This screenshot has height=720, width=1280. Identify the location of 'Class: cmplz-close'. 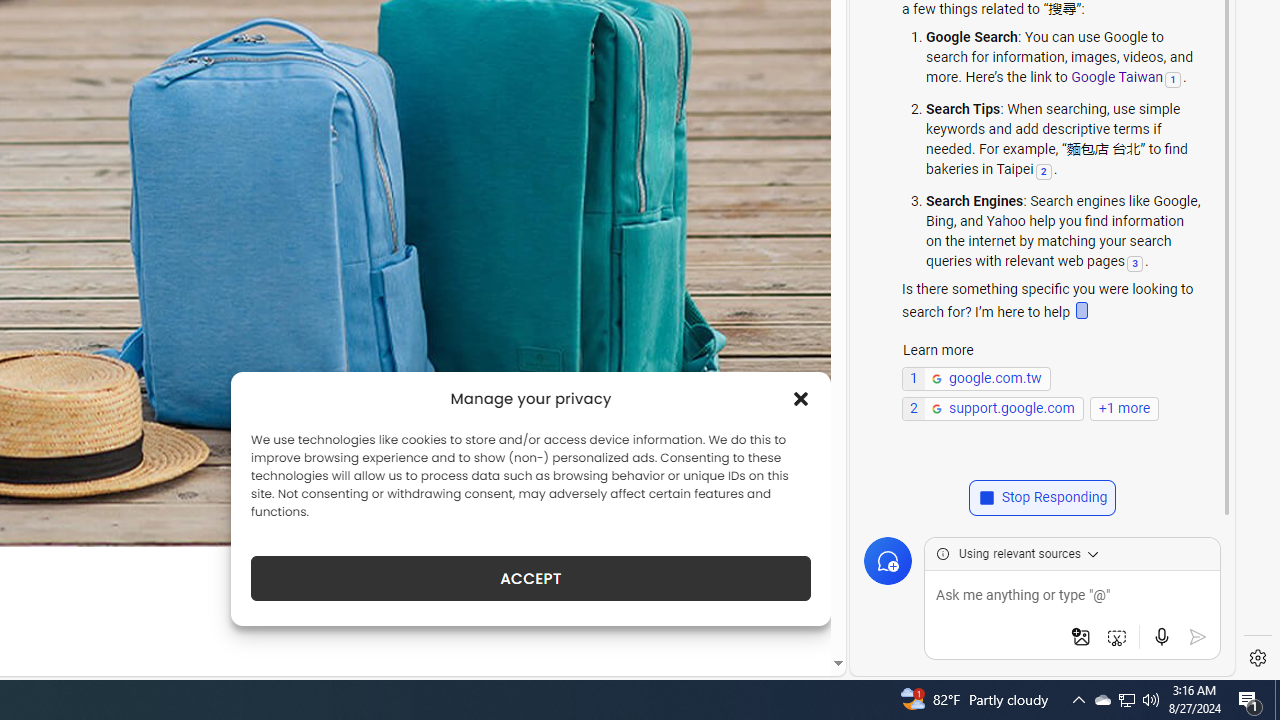
(801, 398).